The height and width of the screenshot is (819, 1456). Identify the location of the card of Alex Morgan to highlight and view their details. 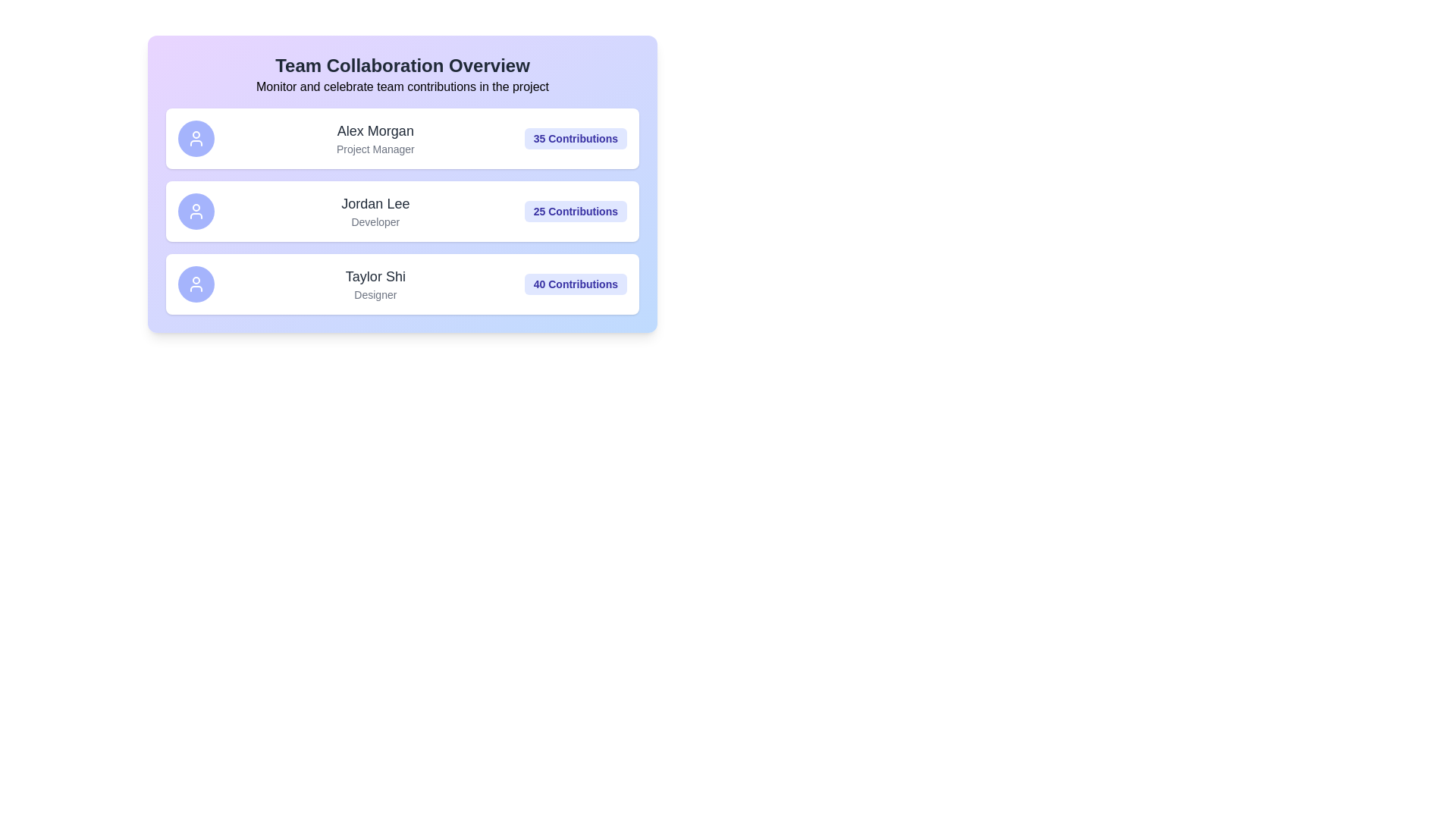
(403, 138).